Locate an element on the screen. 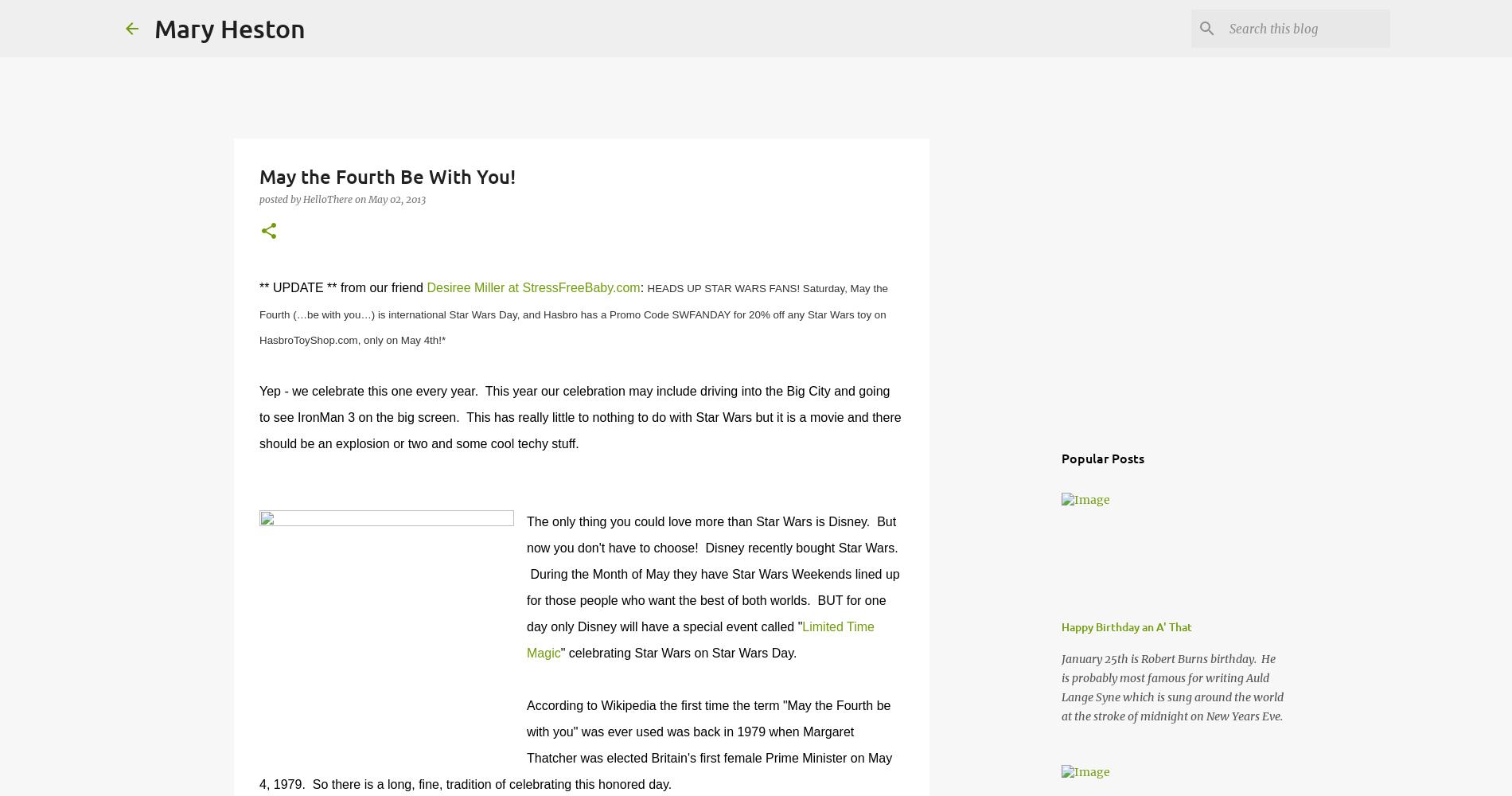 The width and height of the screenshot is (1512, 796). 'on' is located at coordinates (360, 199).